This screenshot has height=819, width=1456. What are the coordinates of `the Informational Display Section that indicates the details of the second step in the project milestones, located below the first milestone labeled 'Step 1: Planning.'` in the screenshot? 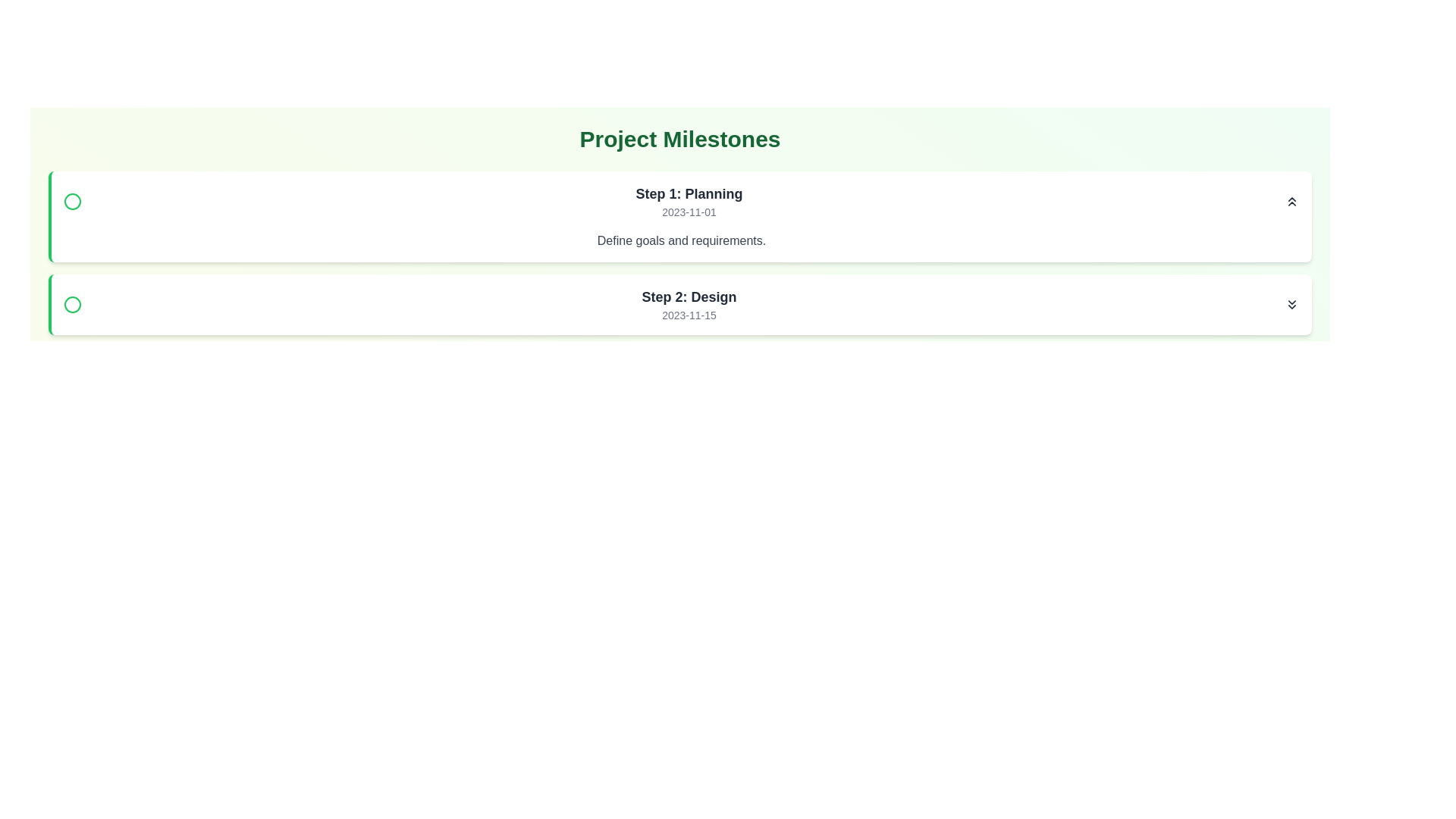 It's located at (680, 304).